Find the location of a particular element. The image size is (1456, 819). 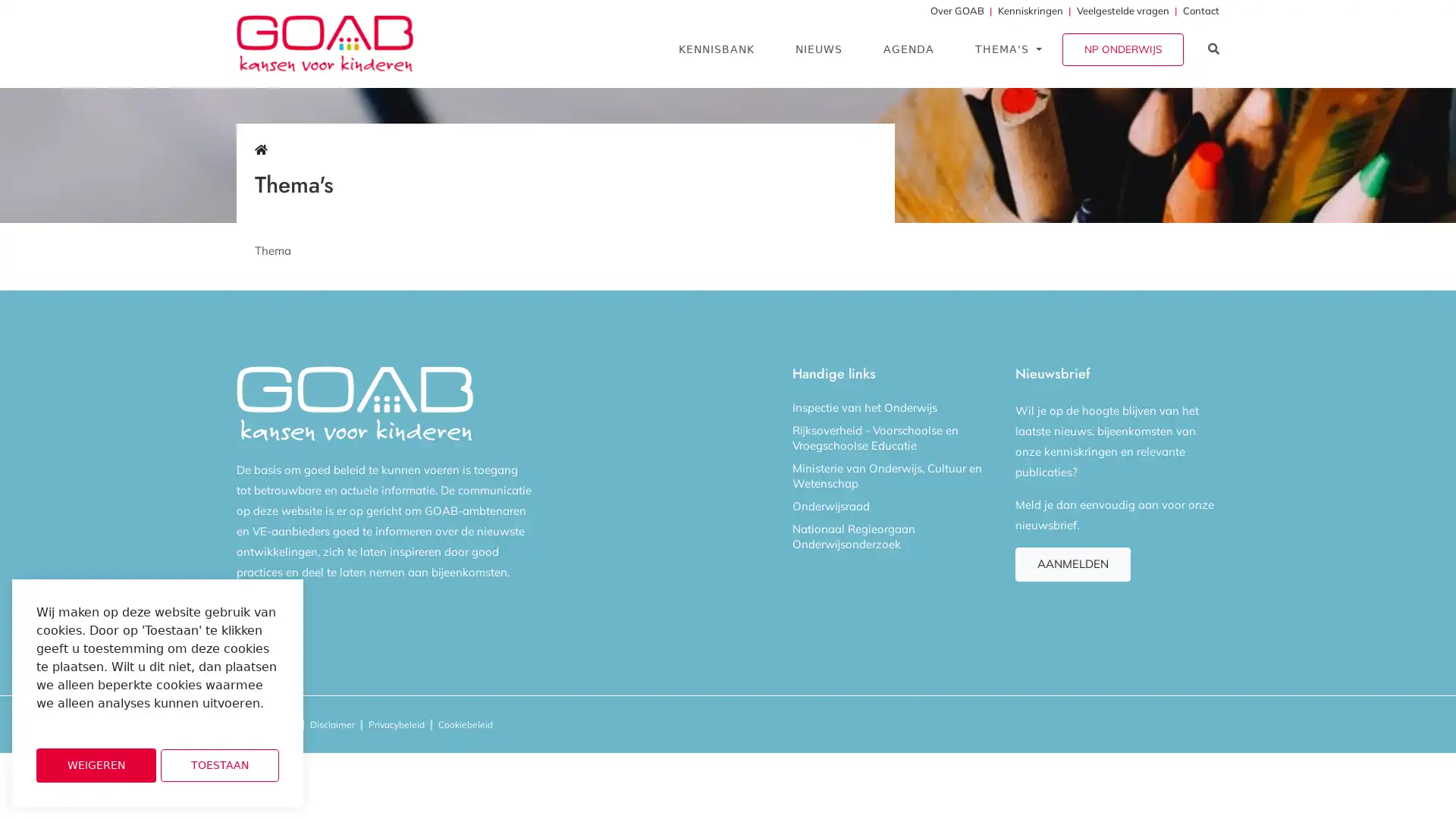

learn more about cookies is located at coordinates (76, 723).